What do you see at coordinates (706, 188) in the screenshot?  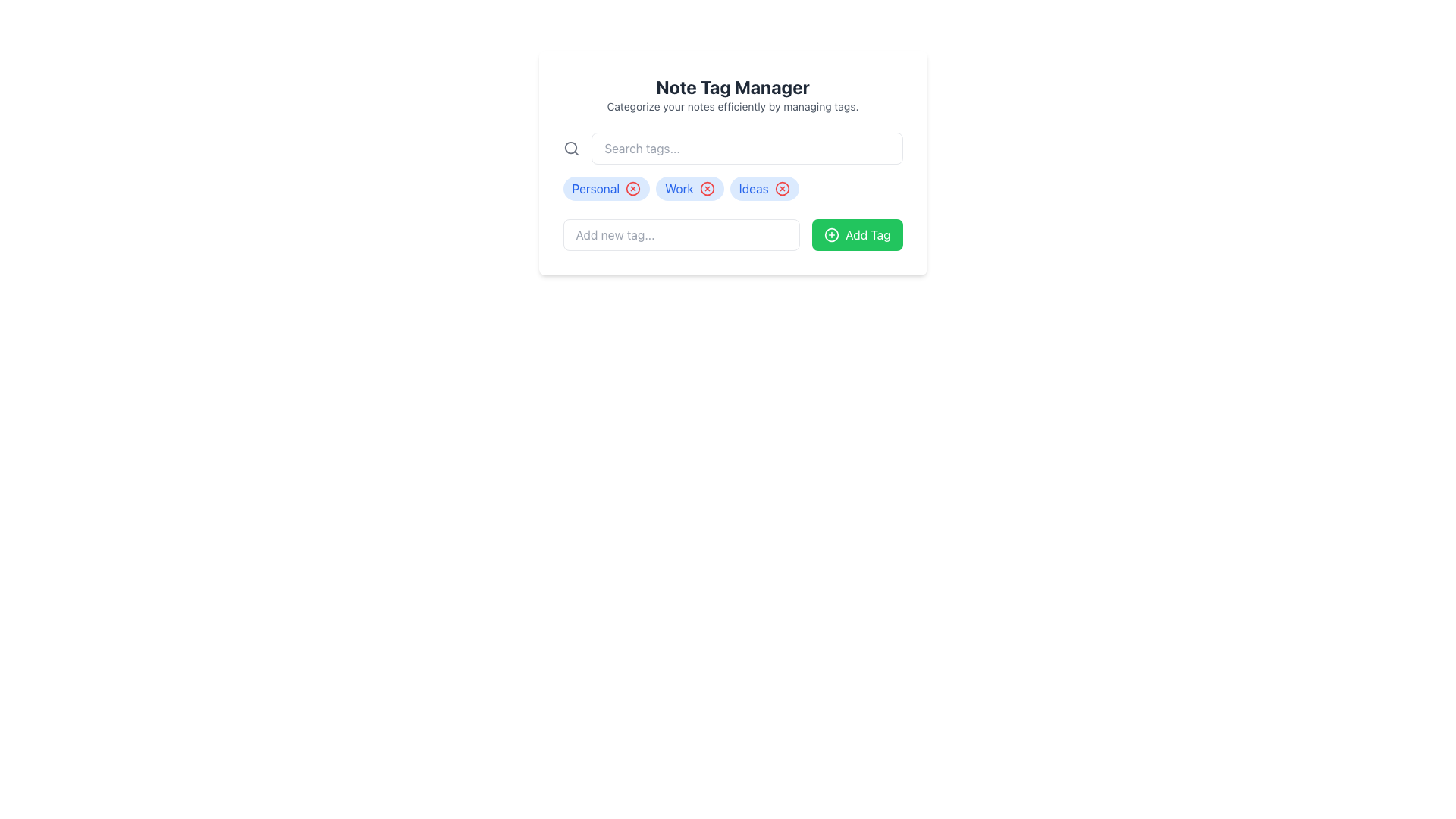 I see `the second circular icon to the right of the 'Work' tag label, which is used for tag management` at bounding box center [706, 188].